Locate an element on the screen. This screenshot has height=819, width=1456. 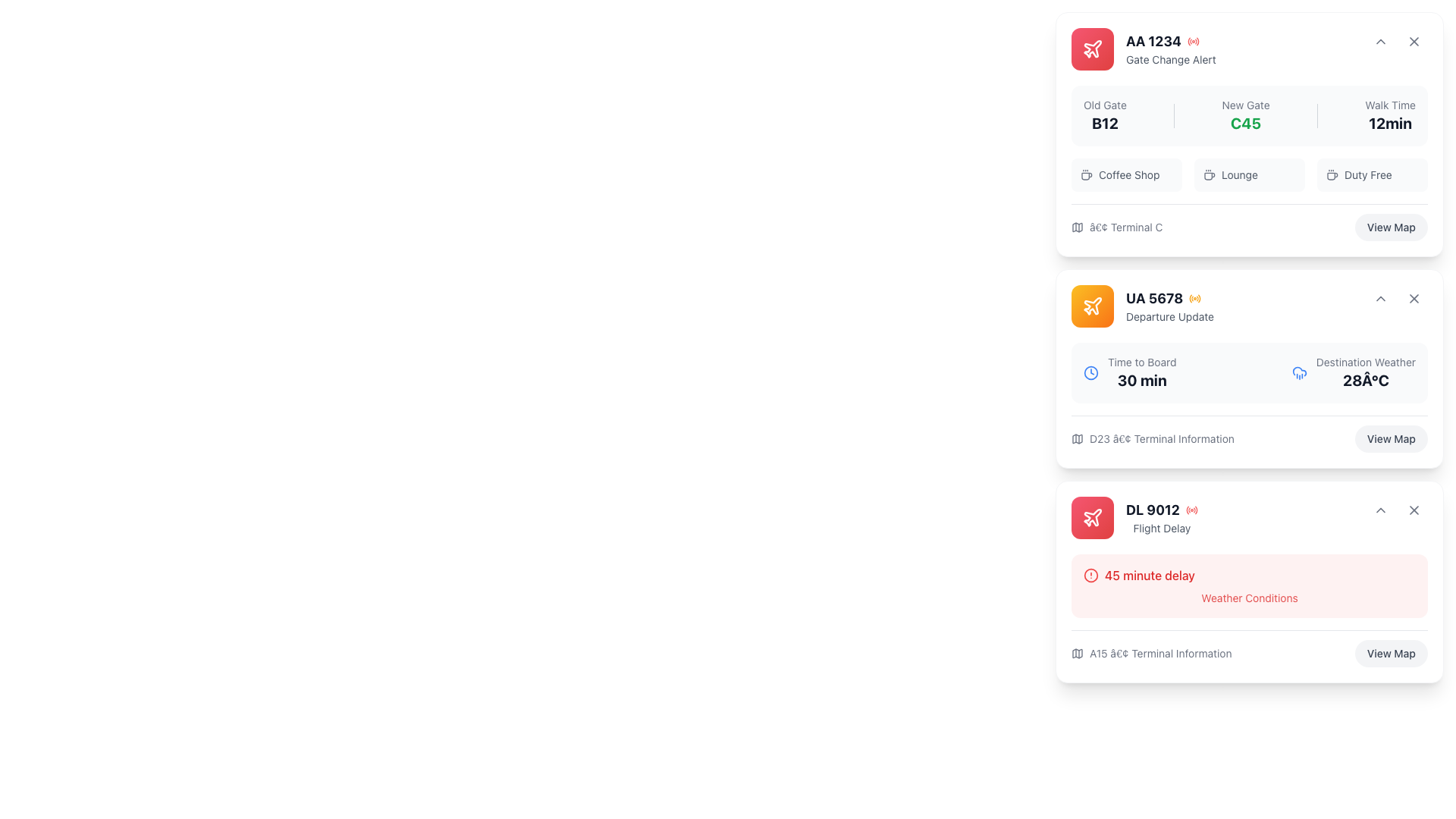
the second vertical separator line that divides the 'Old Gate' labeled 'B12' and 'New Gate' labeled 'C45' in the flight status dashboard is located at coordinates (1173, 115).